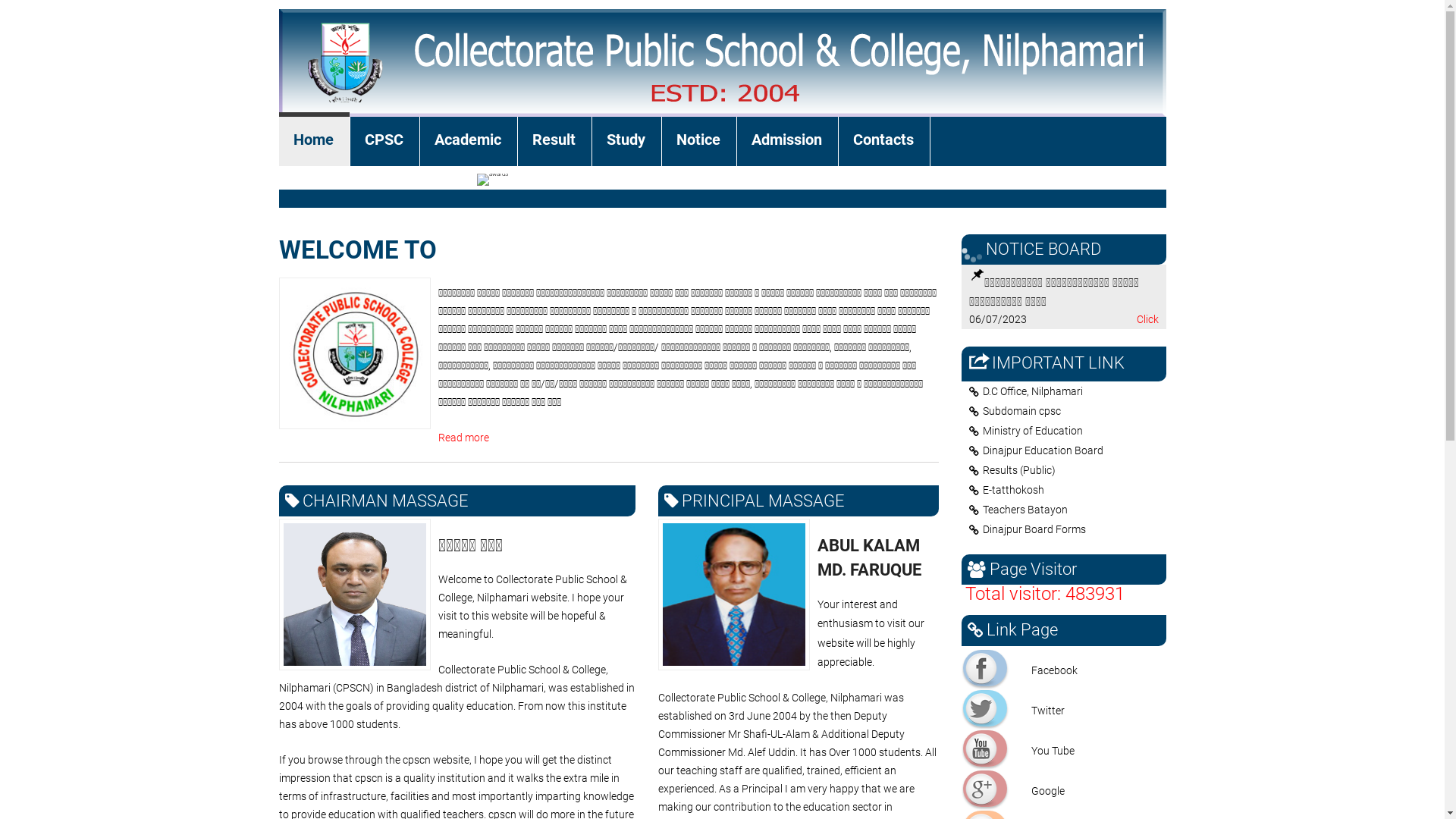 This screenshot has width=1456, height=819. Describe the element at coordinates (1066, 430) in the screenshot. I see `'Ministry of Education'` at that location.